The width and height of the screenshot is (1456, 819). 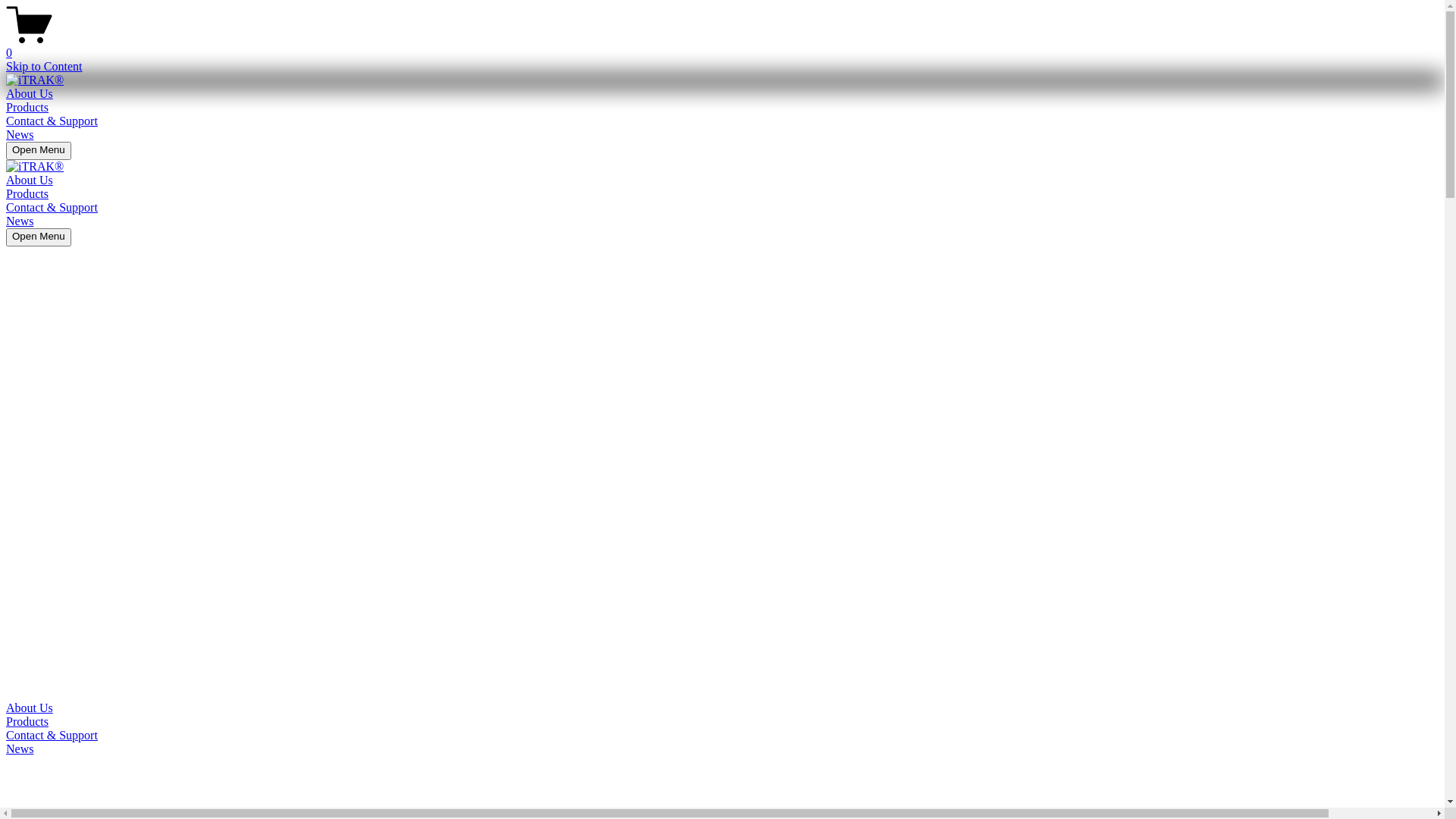 I want to click on 'Open Menu', so click(x=39, y=237).